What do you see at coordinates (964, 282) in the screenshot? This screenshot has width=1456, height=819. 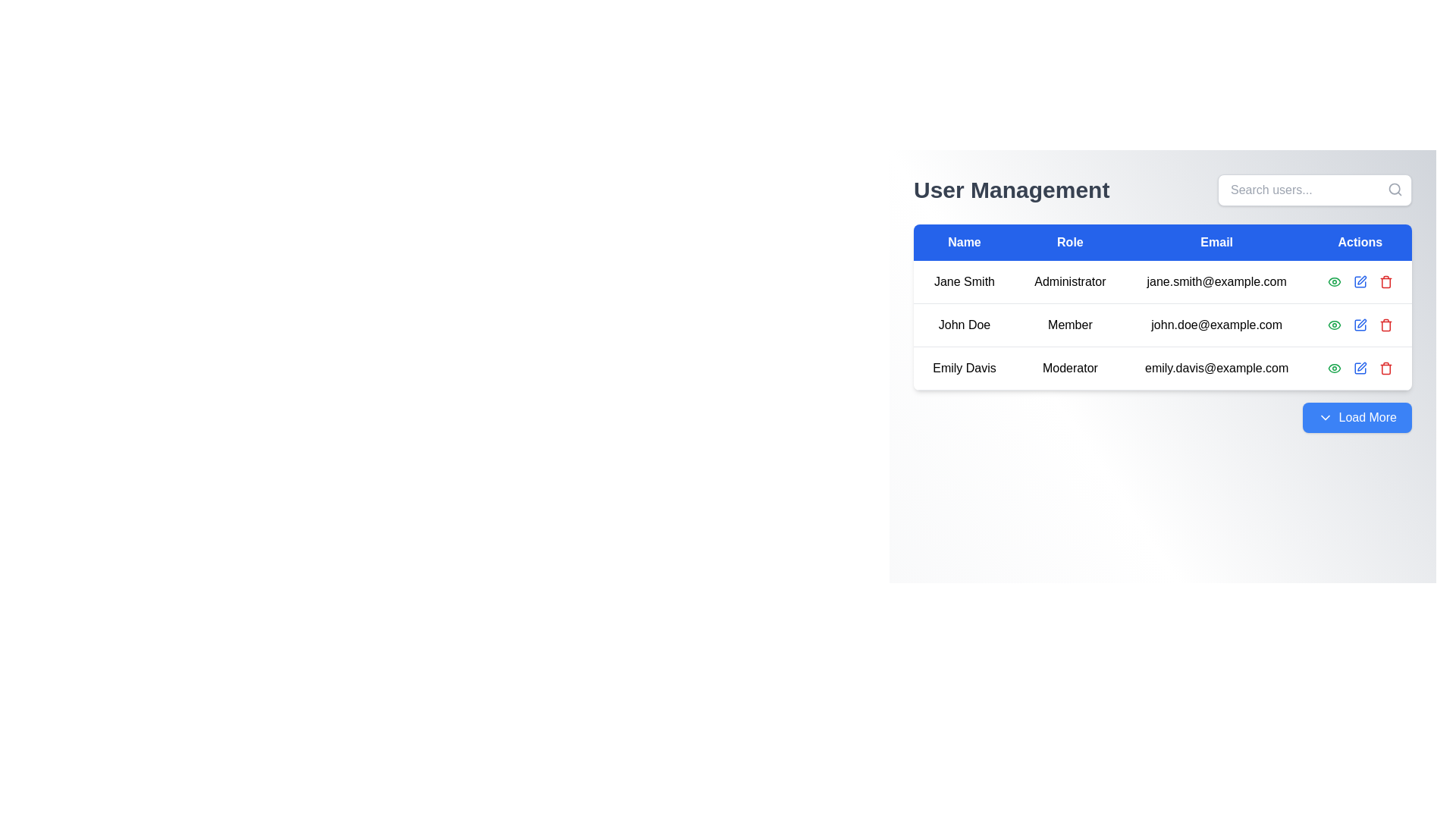 I see `the Text Display element that shows the individual's name, located in the first row of the user management table under the 'Name' column` at bounding box center [964, 282].